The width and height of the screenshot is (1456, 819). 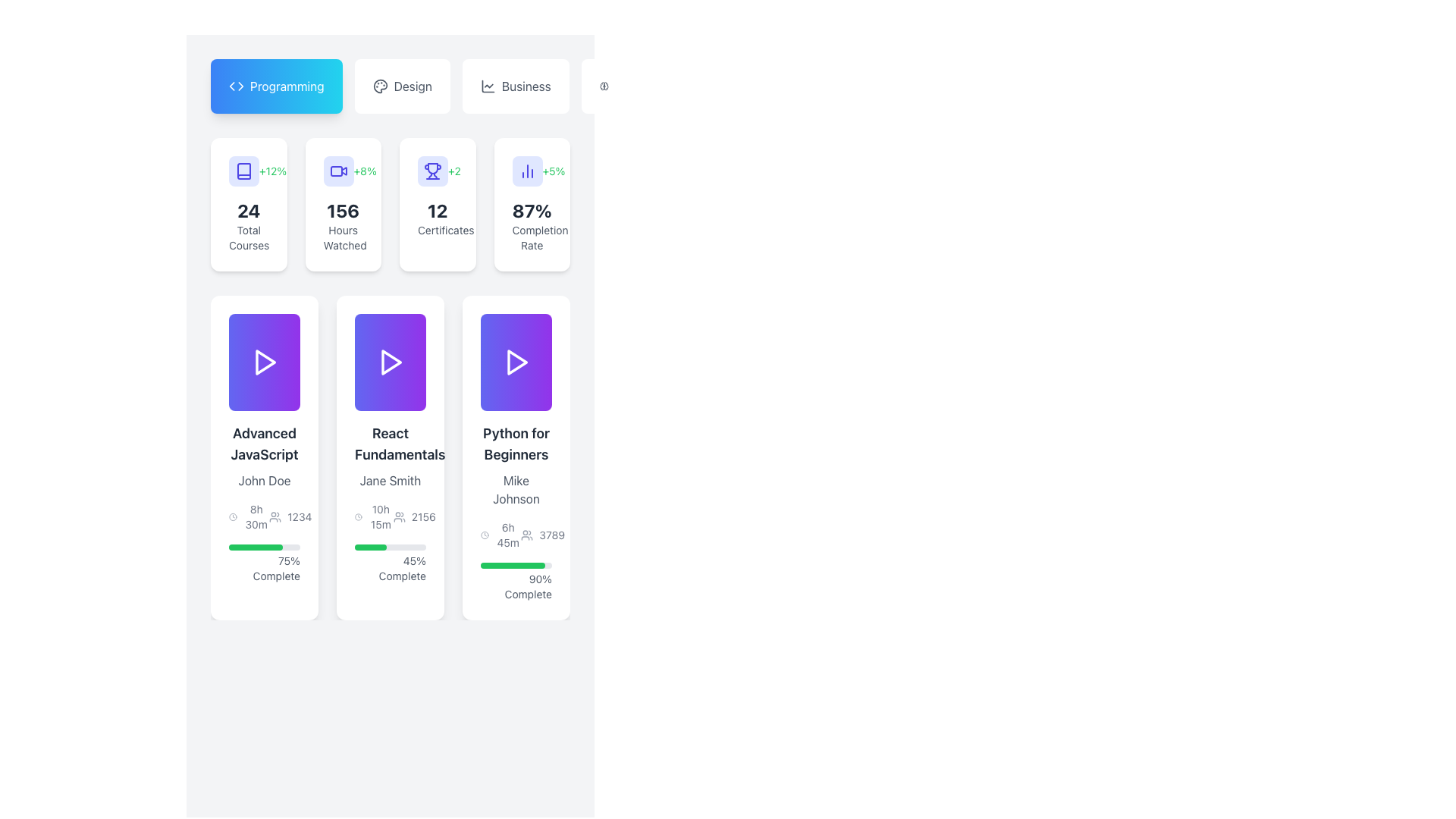 I want to click on the small, square-shaped icon within the 'Programming' button, which features a minimalistic design with two triangular arrowheads and a blue gradient background, so click(x=236, y=86).